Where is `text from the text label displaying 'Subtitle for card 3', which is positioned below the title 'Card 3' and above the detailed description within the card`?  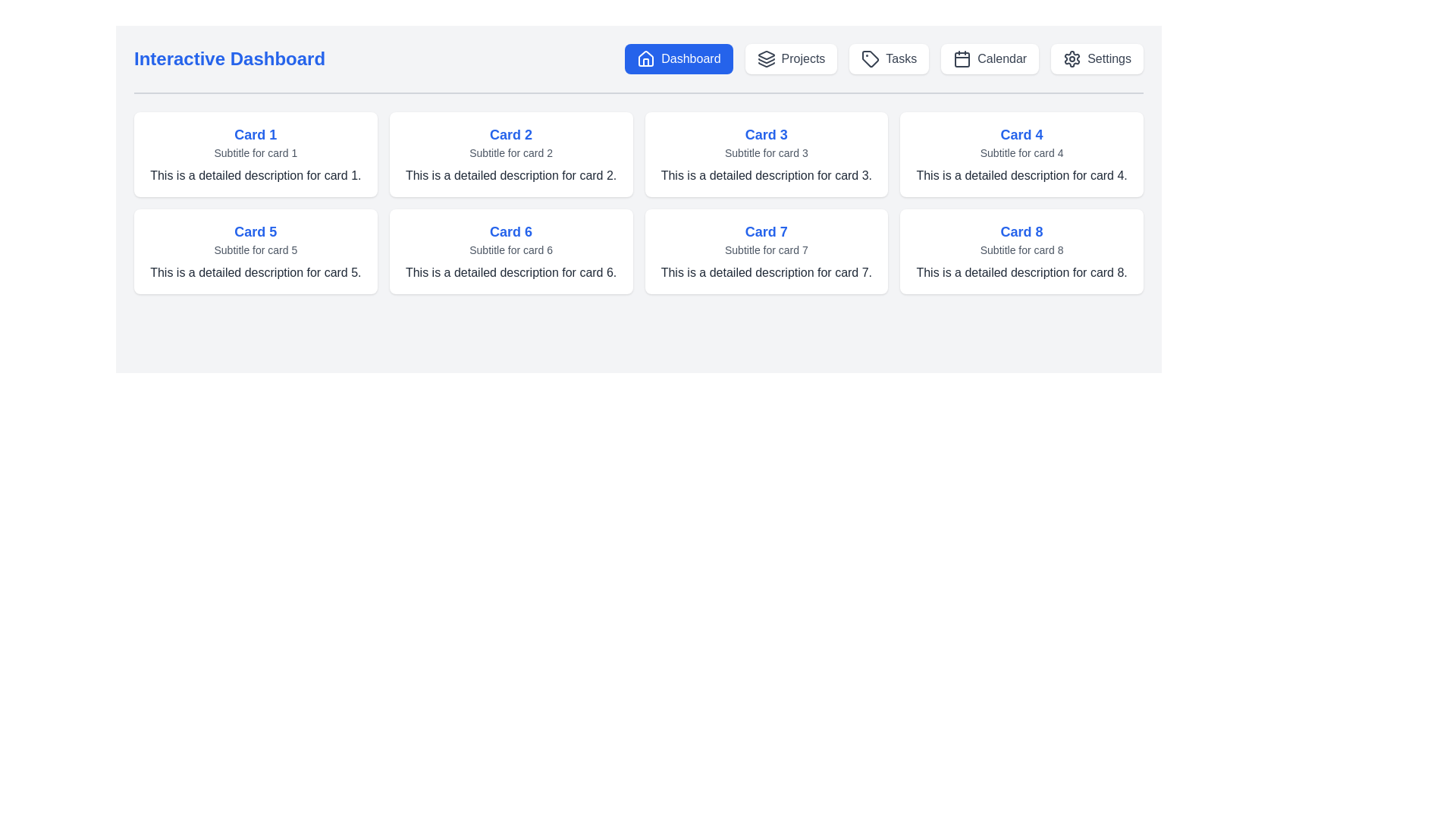
text from the text label displaying 'Subtitle for card 3', which is positioned below the title 'Card 3' and above the detailed description within the card is located at coordinates (766, 152).